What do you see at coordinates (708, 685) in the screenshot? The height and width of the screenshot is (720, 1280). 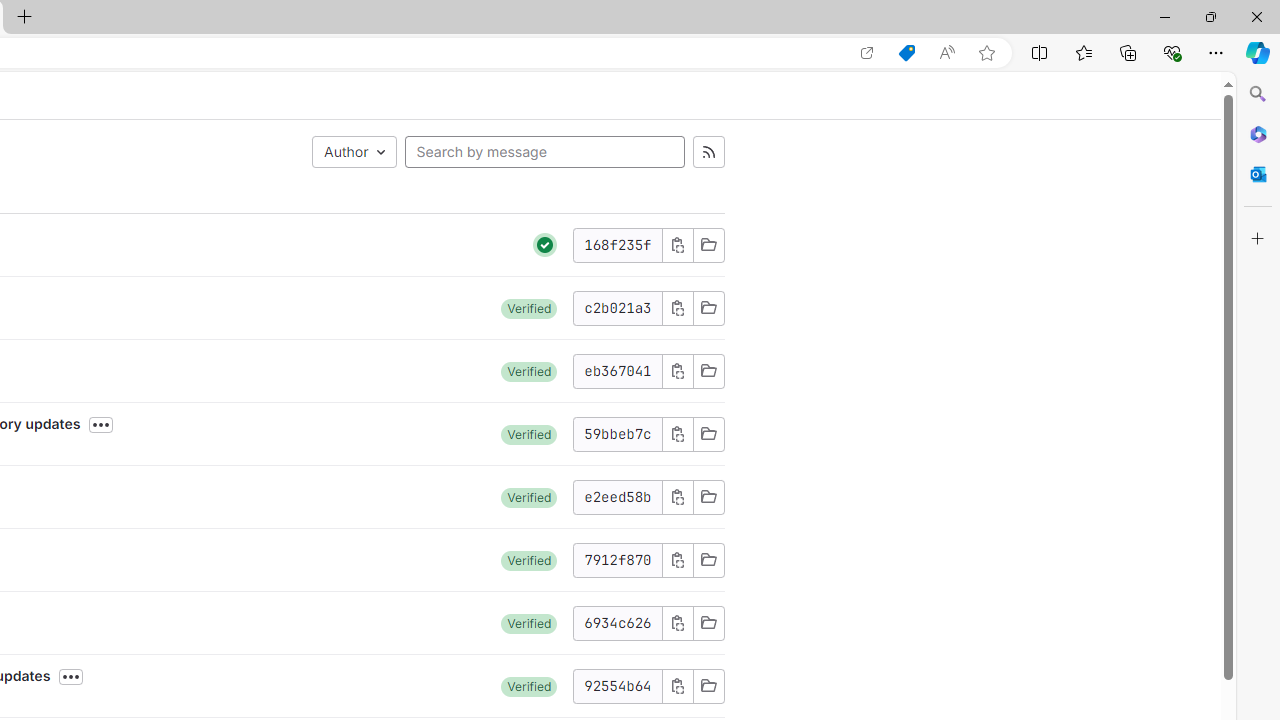 I see `'Class: s16'` at bounding box center [708, 685].